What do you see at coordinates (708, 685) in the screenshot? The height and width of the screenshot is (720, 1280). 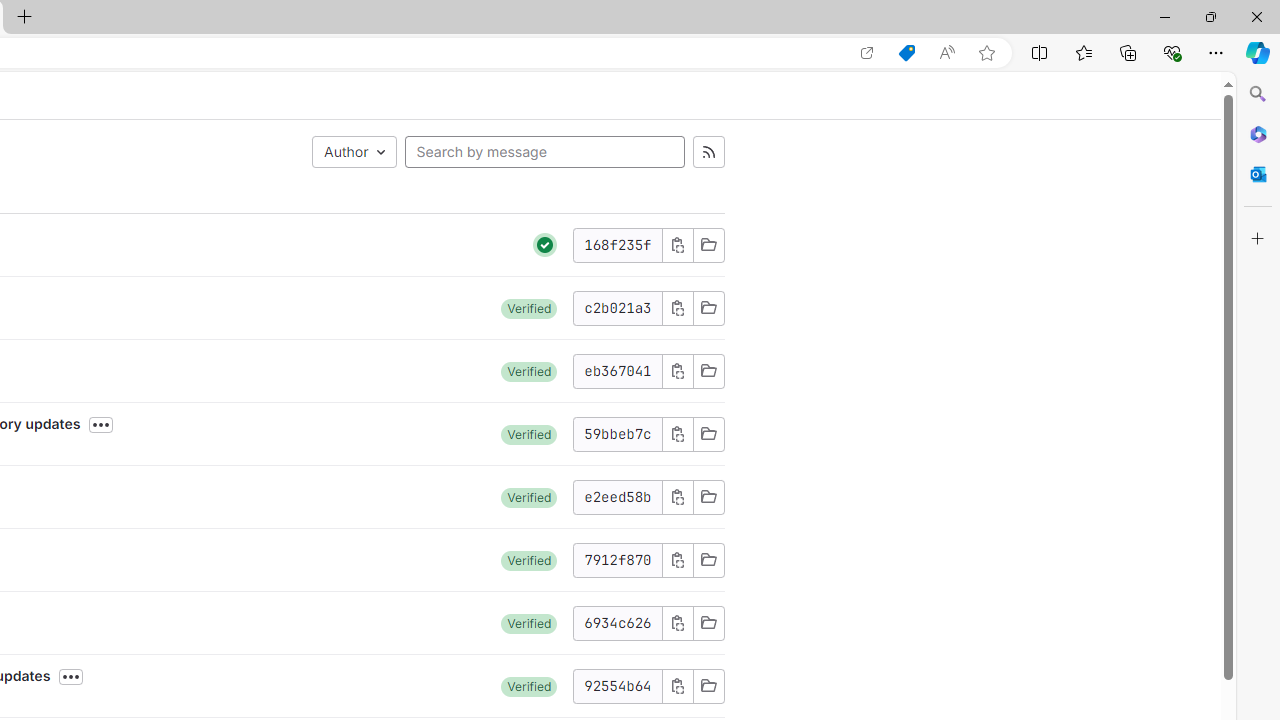 I see `'Class: s16'` at bounding box center [708, 685].